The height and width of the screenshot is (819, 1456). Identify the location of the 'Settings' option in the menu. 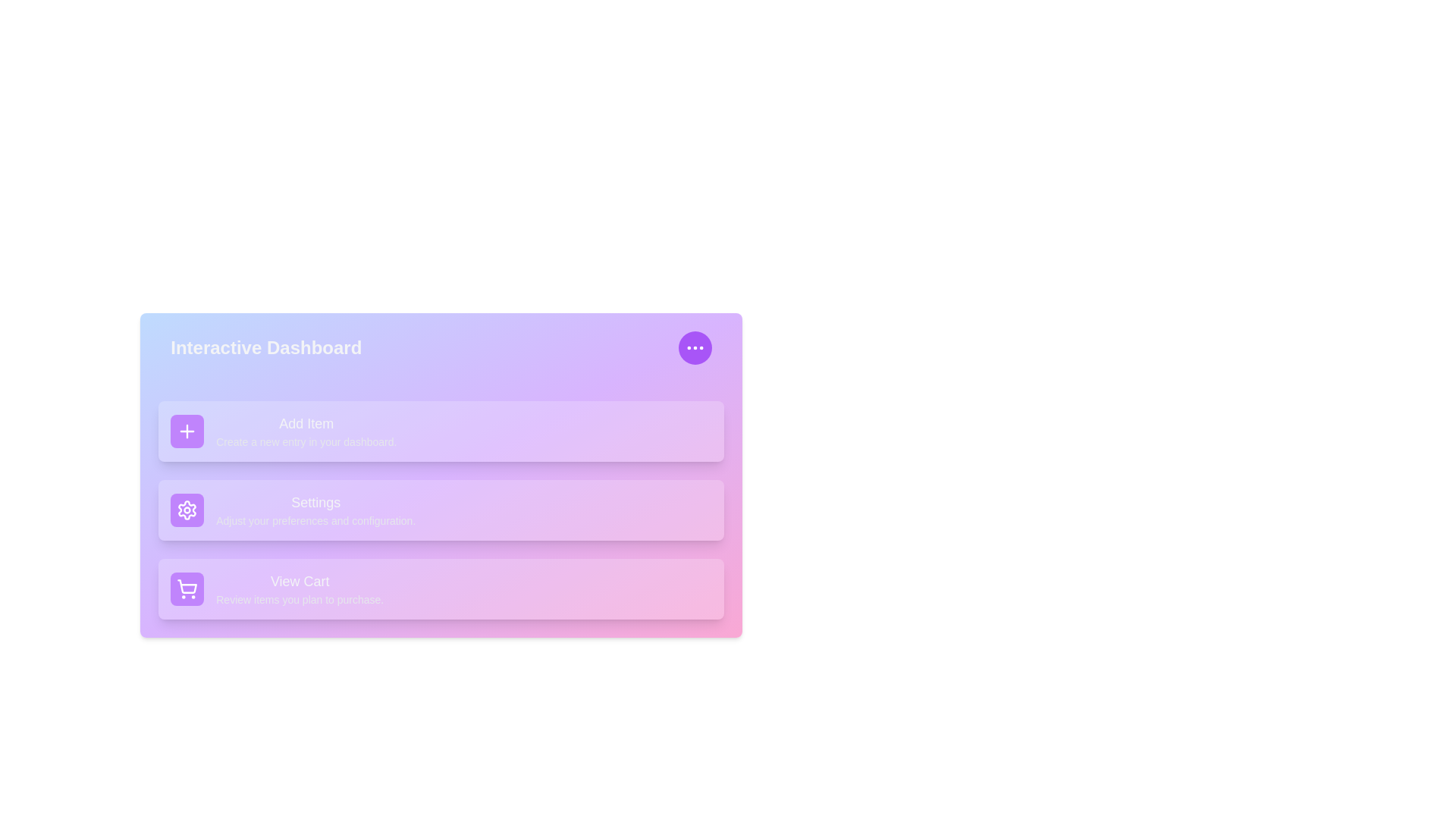
(440, 510).